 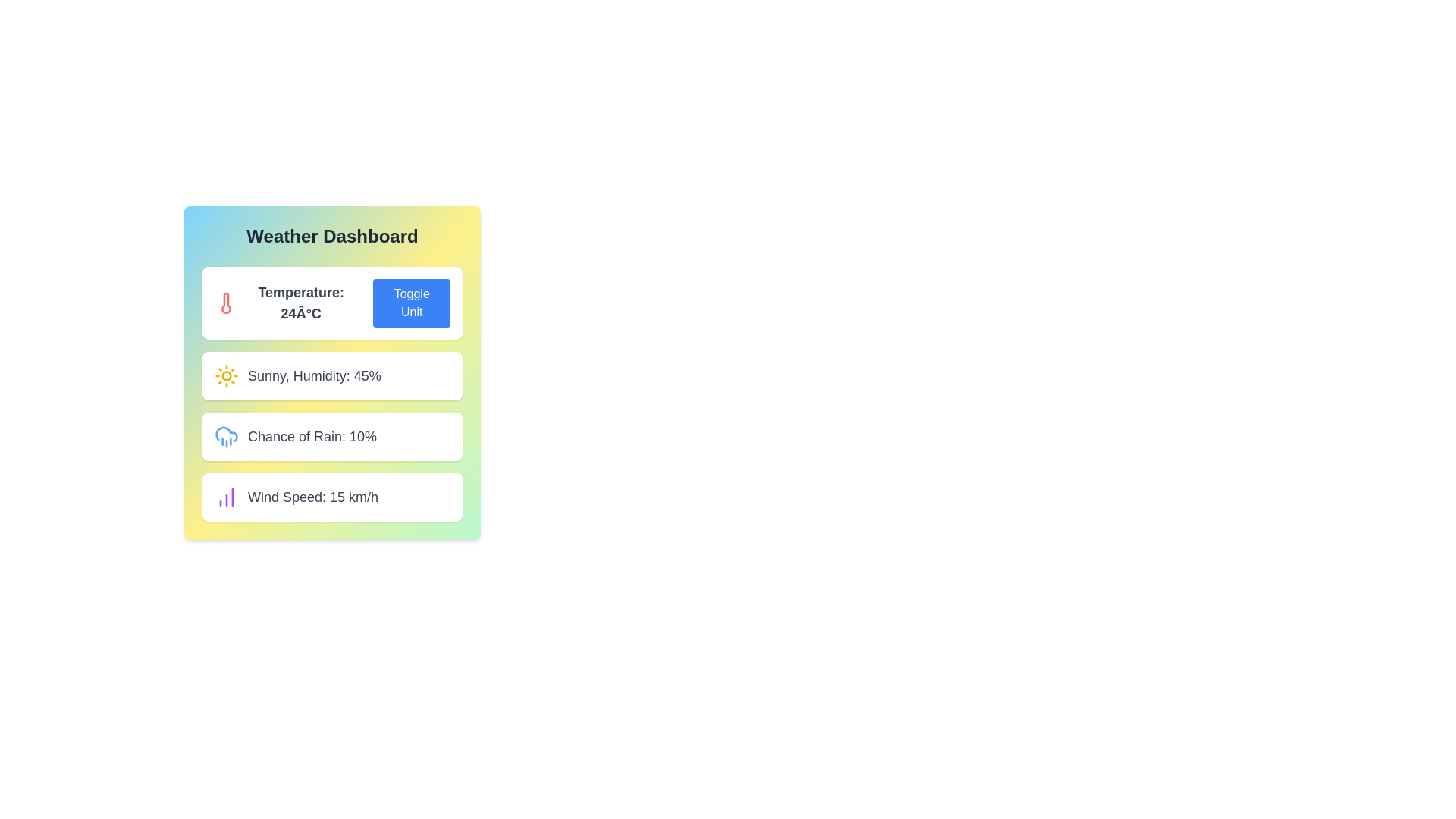 What do you see at coordinates (331, 375) in the screenshot?
I see `the weather information display section that shows 'Sunny' with humidity level '45%', located centrally in the weather dashboard` at bounding box center [331, 375].